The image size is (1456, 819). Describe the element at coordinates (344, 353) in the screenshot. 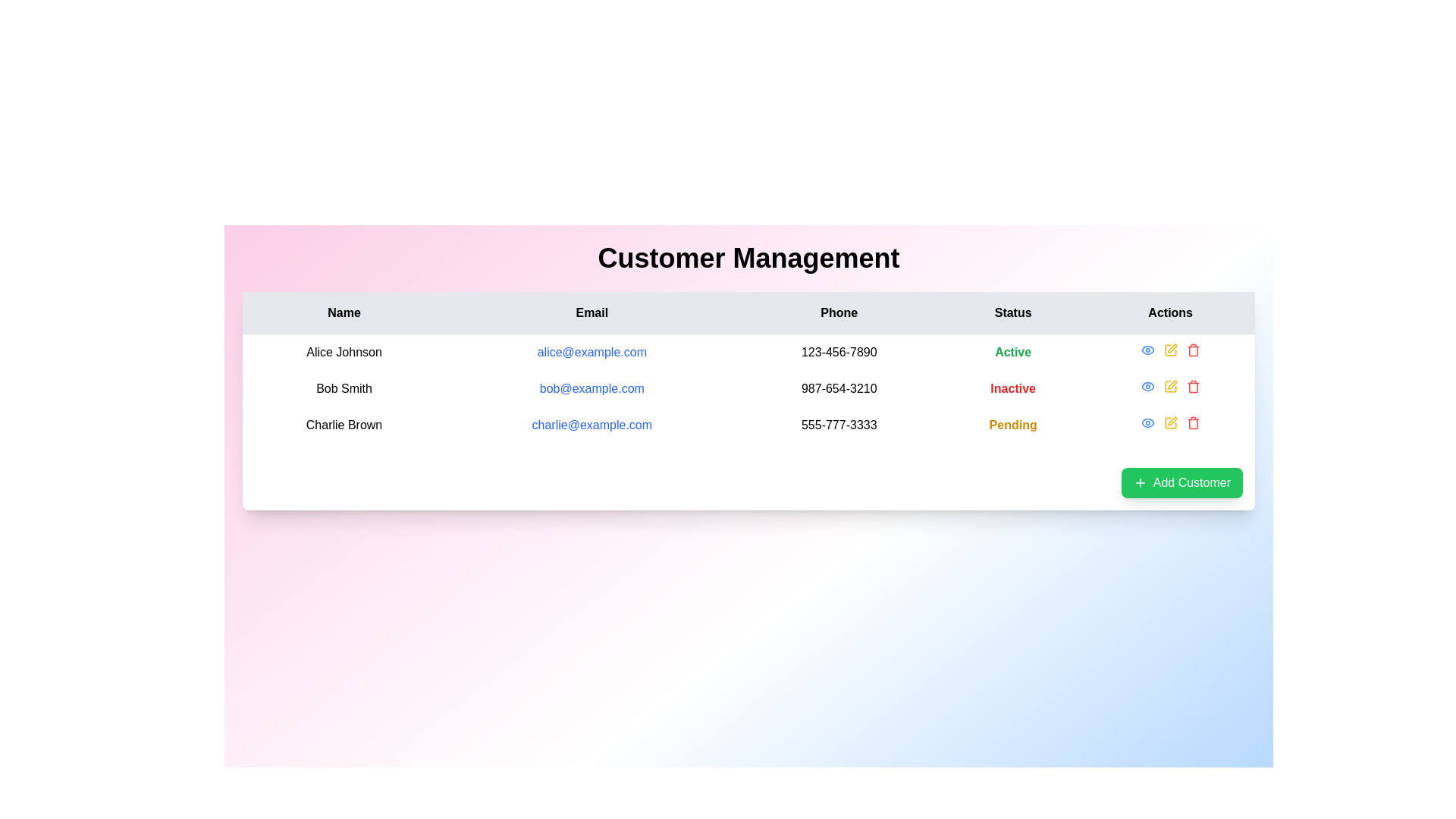

I see `the text label displaying 'Alice Johnson', which is located in the first row of the table under the 'Name' column` at that location.